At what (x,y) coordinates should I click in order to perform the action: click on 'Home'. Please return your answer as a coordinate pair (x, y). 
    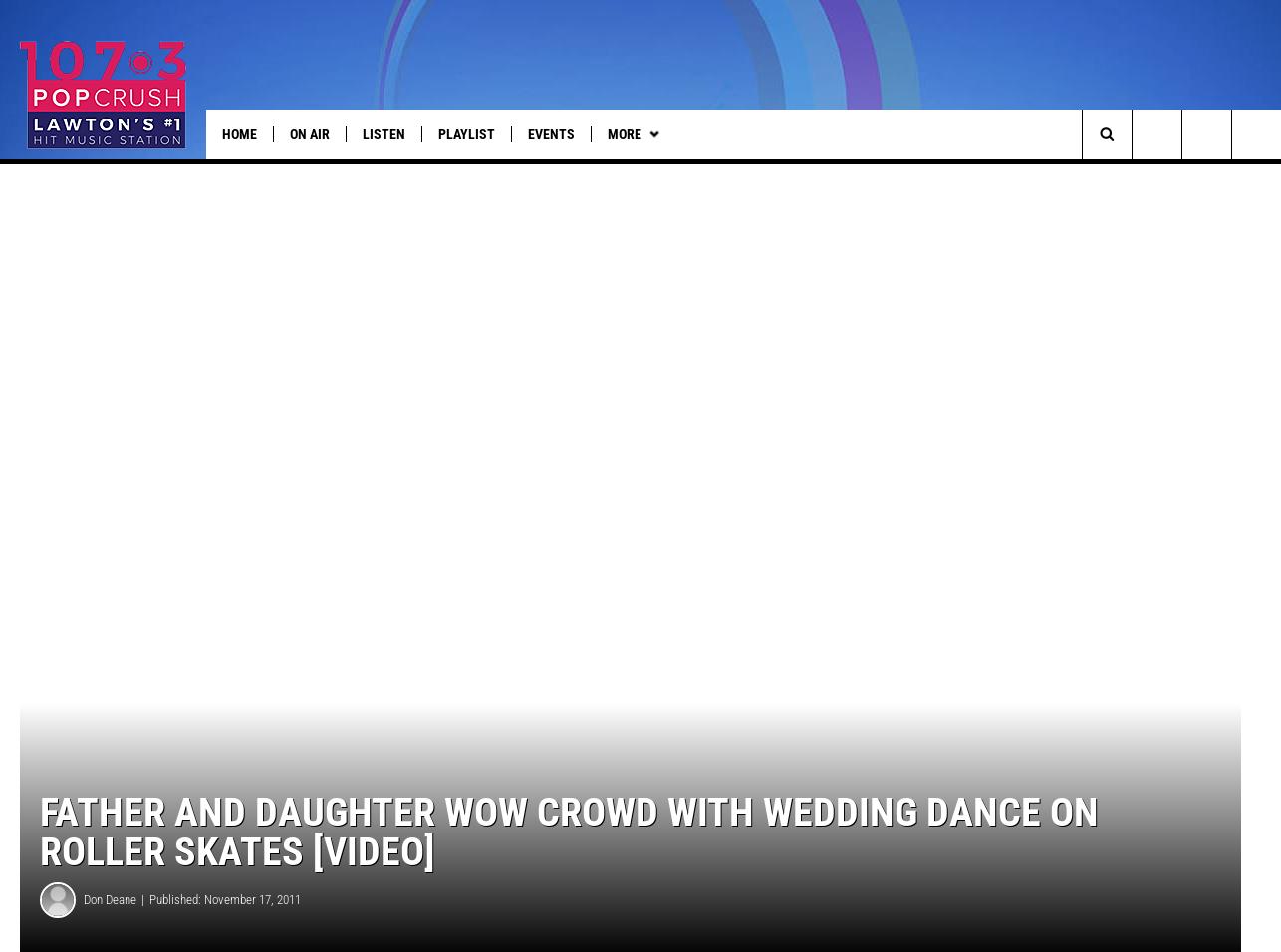
    Looking at the image, I should click on (239, 133).